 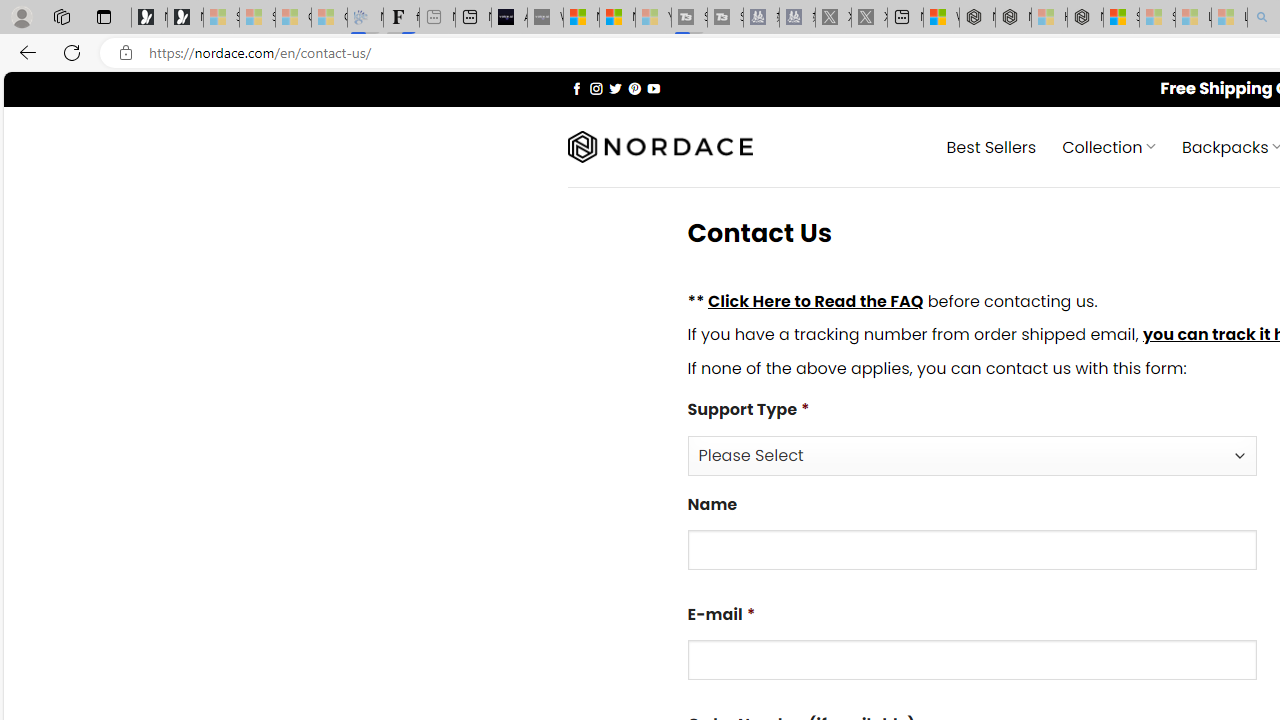 I want to click on 'Click Here to Read the FAQ', so click(x=815, y=300).